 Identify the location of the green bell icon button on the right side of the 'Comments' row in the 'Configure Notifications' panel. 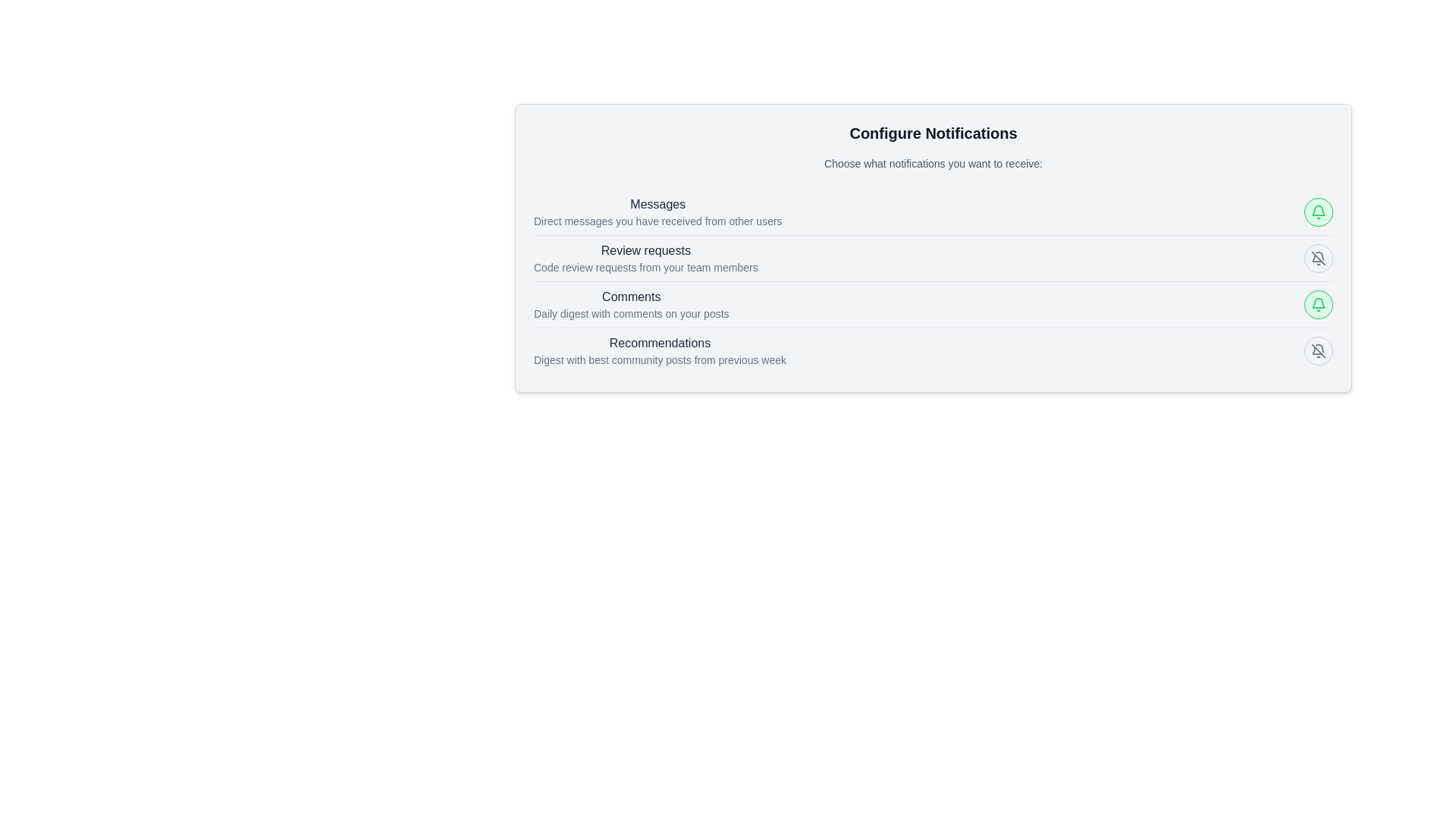
(1317, 212).